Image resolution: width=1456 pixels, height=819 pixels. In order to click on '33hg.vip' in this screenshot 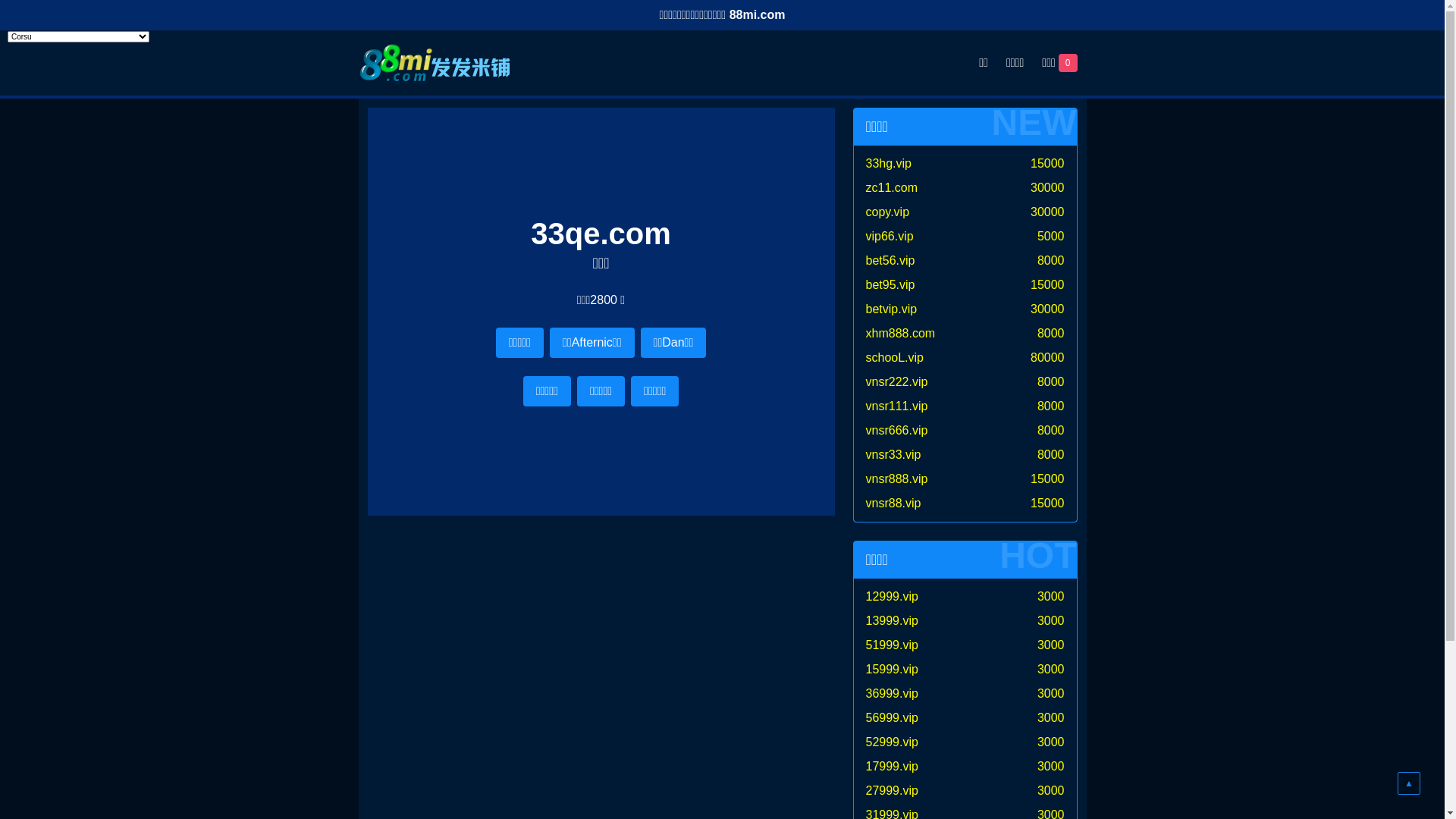, I will do `click(889, 163)`.